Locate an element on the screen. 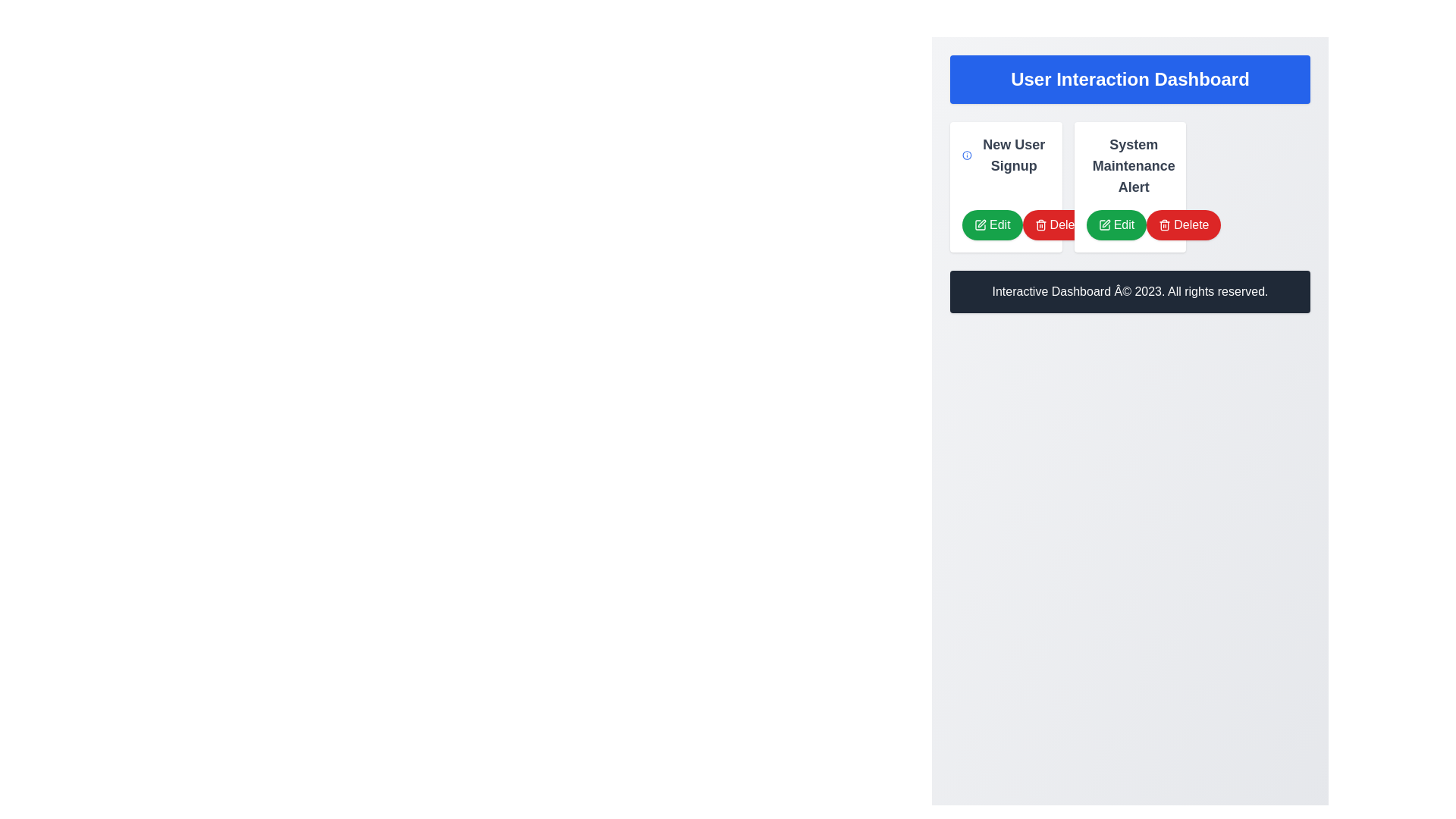 Image resolution: width=1456 pixels, height=819 pixels. the 'Delete' button is located at coordinates (1183, 225).